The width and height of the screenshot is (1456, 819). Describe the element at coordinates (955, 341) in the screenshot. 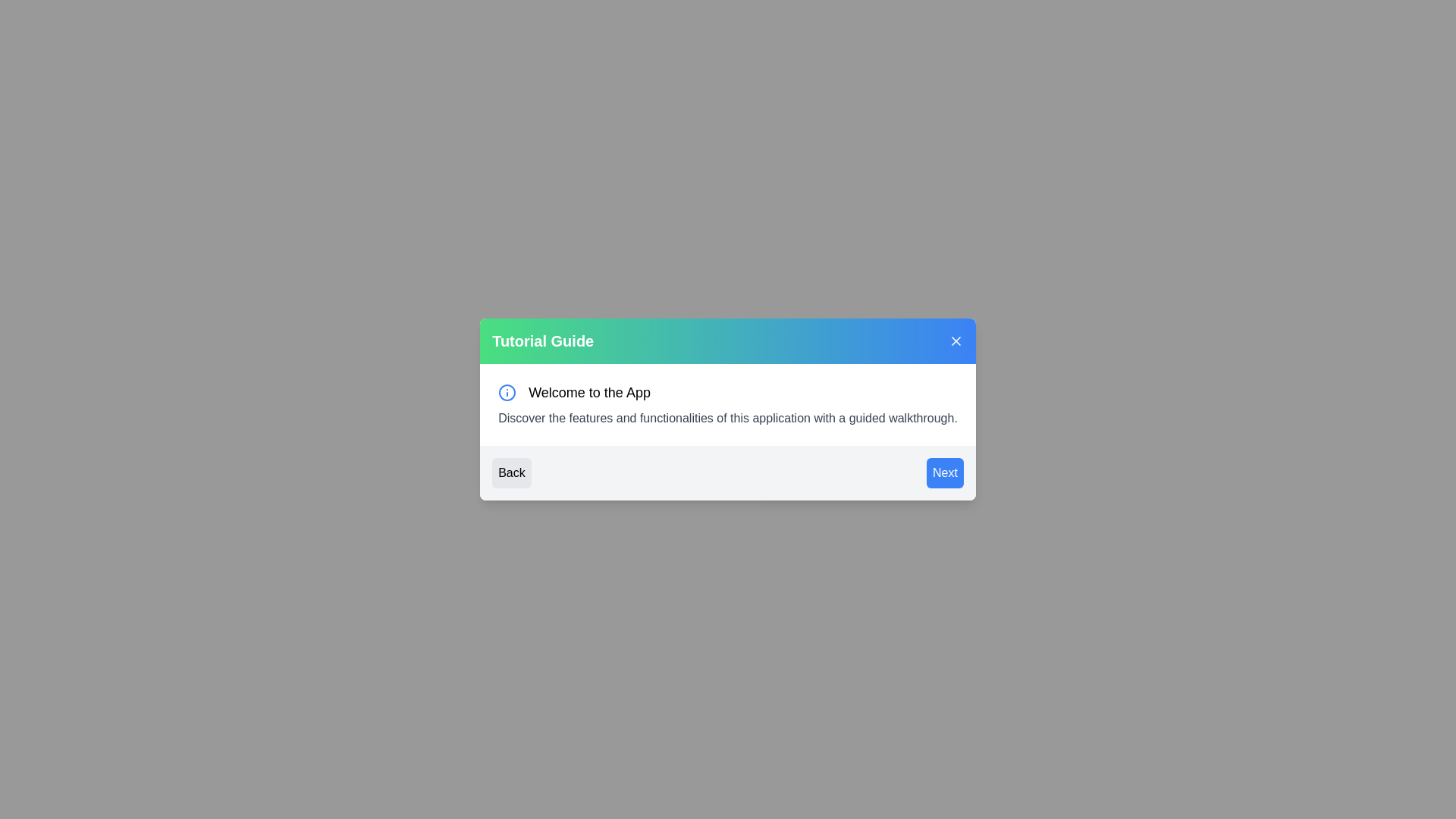

I see `the close icon in the top-right corner of the modal window` at that location.